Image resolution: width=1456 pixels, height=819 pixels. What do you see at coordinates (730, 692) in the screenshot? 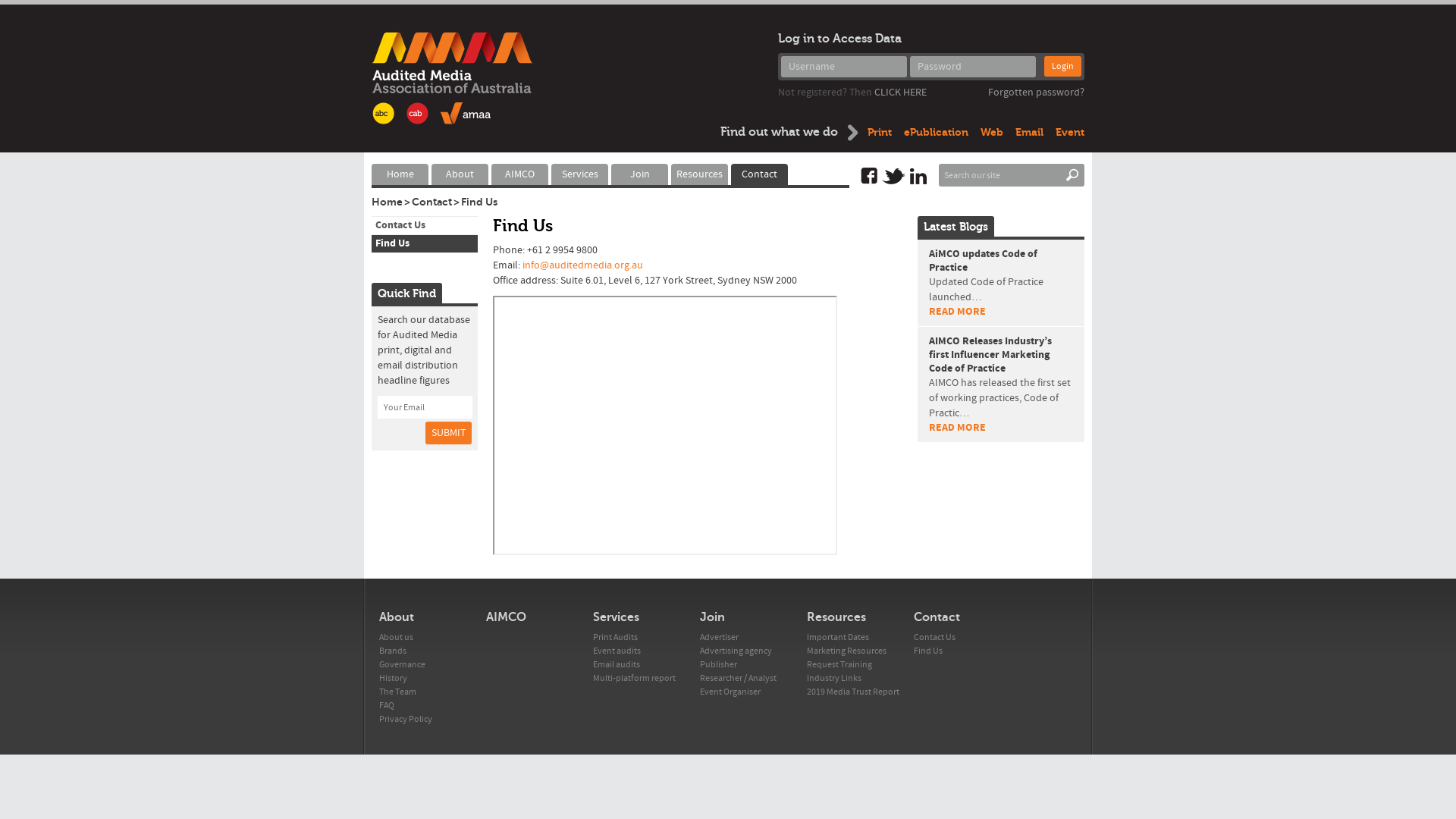
I see `'Event Organiser'` at bounding box center [730, 692].